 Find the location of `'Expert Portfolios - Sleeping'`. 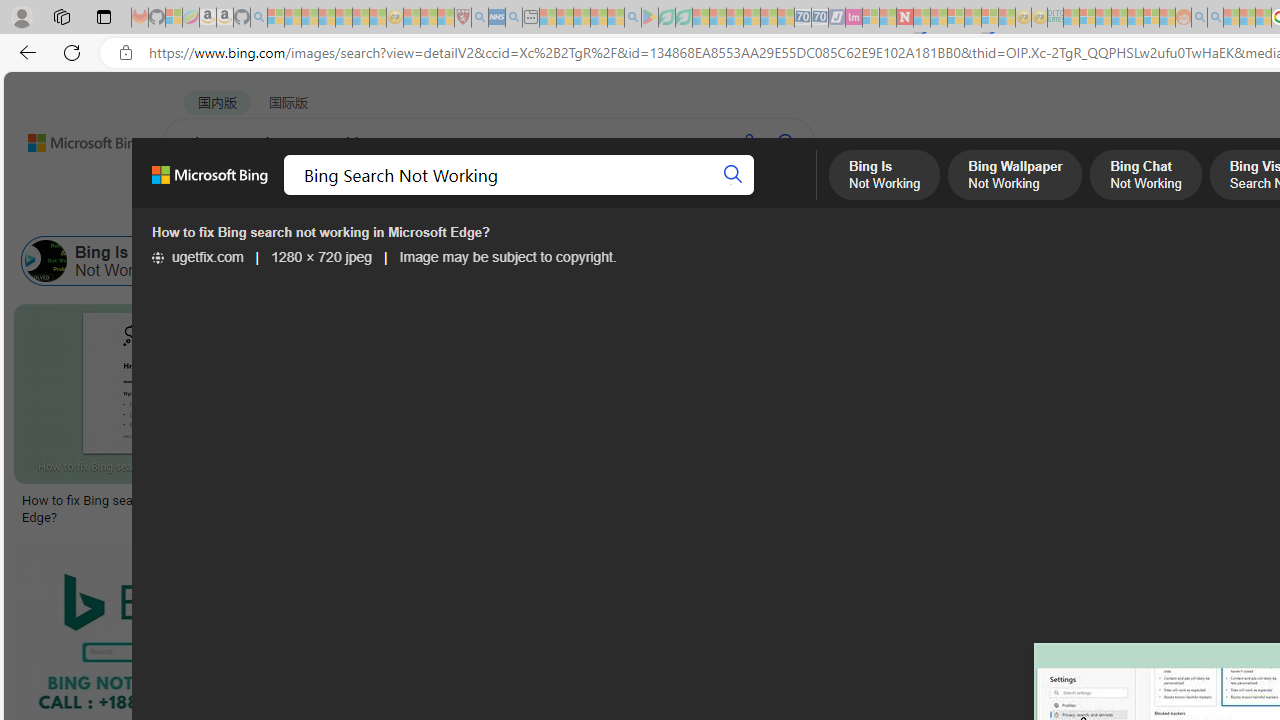

'Expert Portfolios - Sleeping' is located at coordinates (1120, 17).